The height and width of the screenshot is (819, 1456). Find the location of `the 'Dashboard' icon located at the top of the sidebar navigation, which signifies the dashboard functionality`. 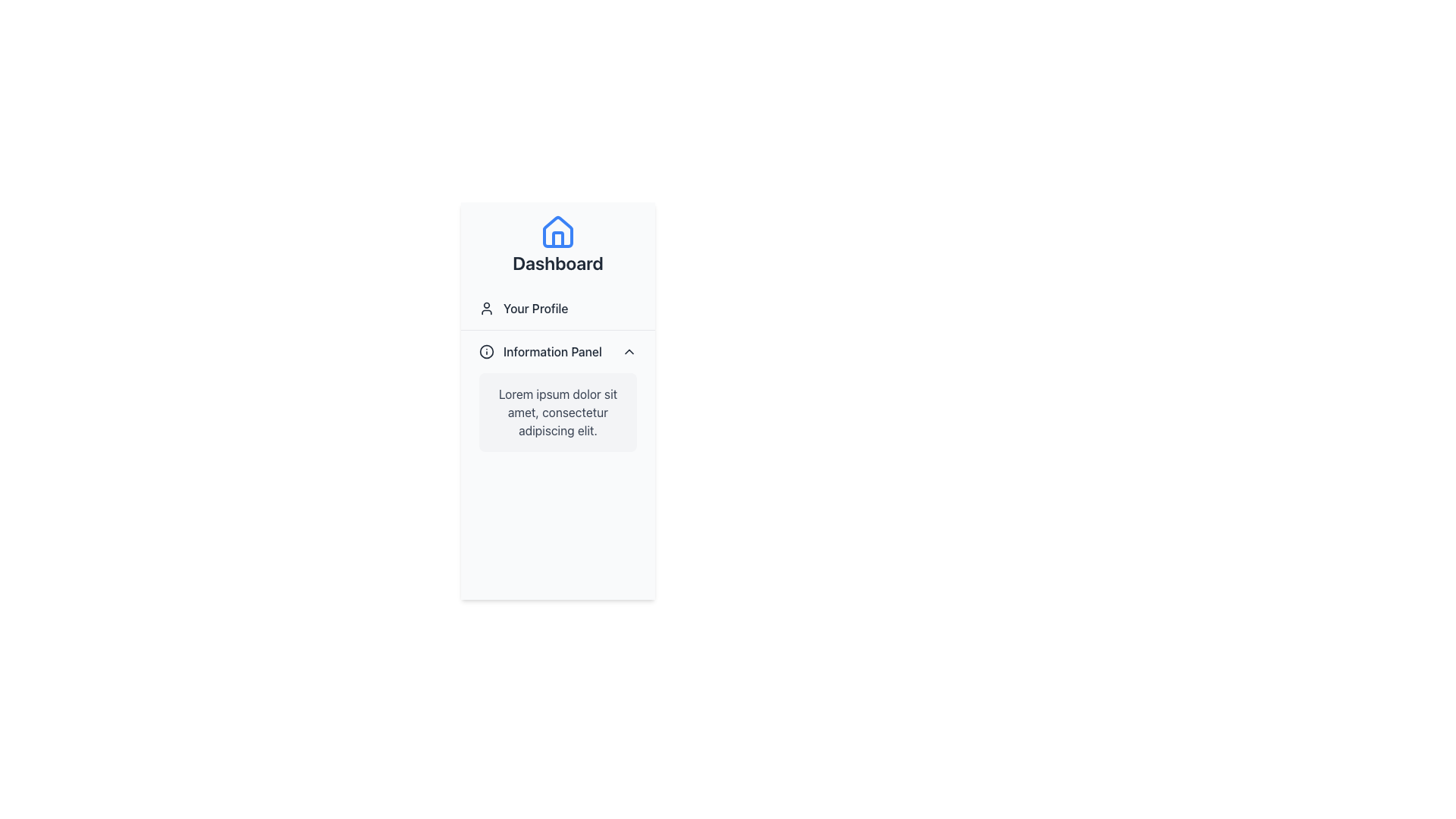

the 'Dashboard' icon located at the top of the sidebar navigation, which signifies the dashboard functionality is located at coordinates (557, 231).